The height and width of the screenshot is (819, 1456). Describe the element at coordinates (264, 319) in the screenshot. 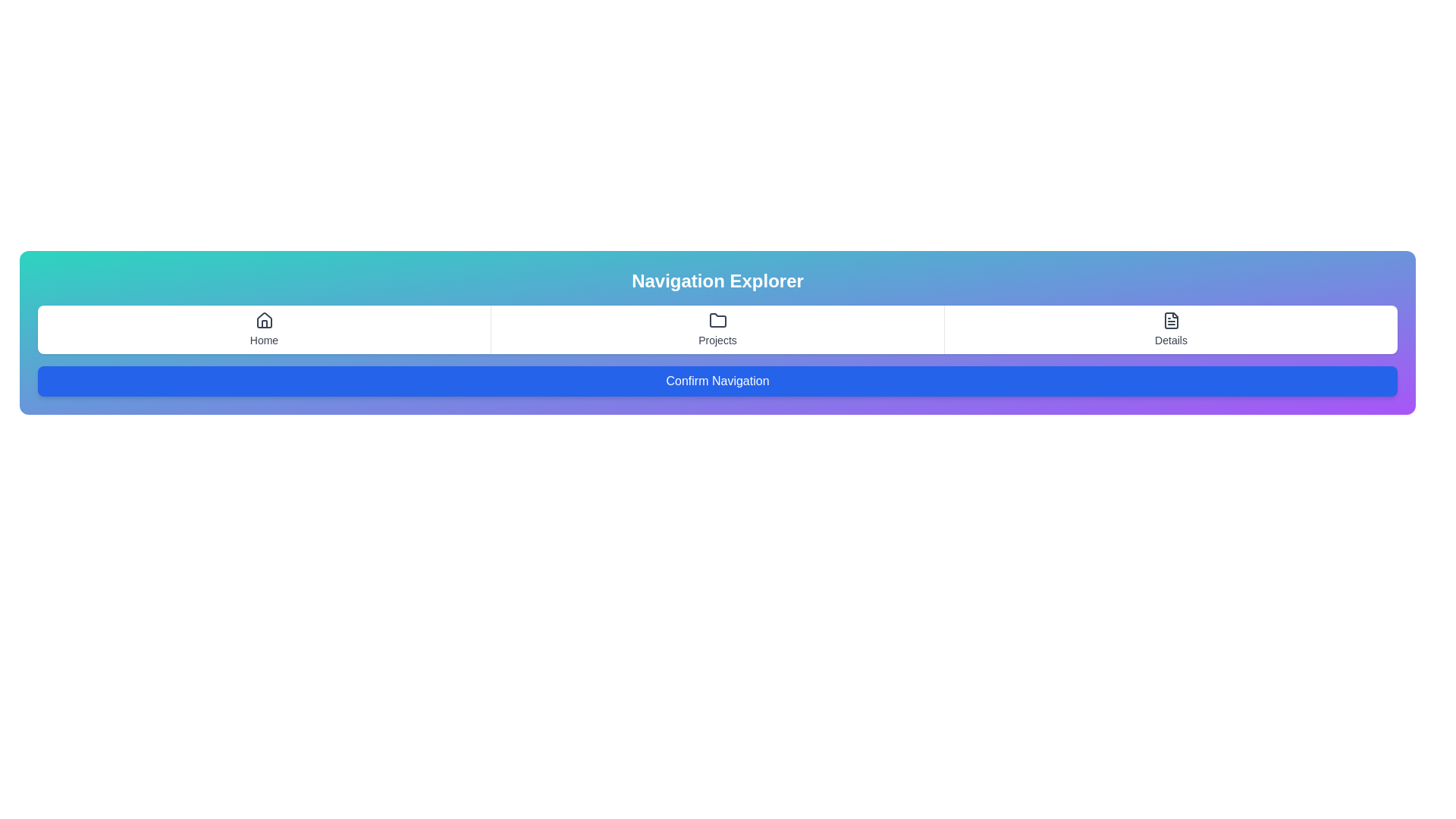

I see `the house-shaped icon located above the 'Home' text in the navigation bar` at that location.